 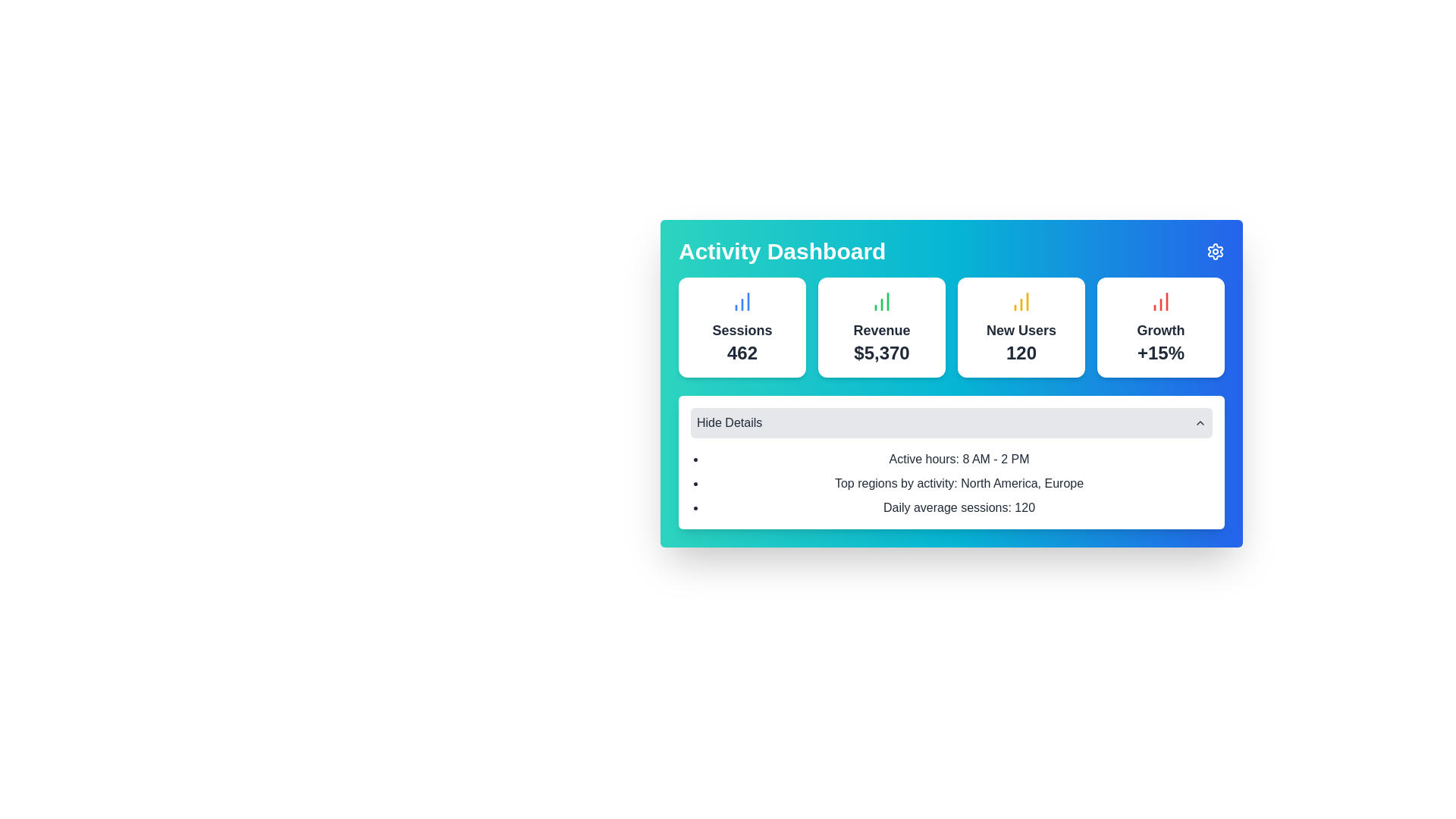 What do you see at coordinates (1160, 353) in the screenshot?
I see `the bold text label displaying '+15%' in the 'Growth' section of the dashboard, which is positioned below the 'Growth' text` at bounding box center [1160, 353].